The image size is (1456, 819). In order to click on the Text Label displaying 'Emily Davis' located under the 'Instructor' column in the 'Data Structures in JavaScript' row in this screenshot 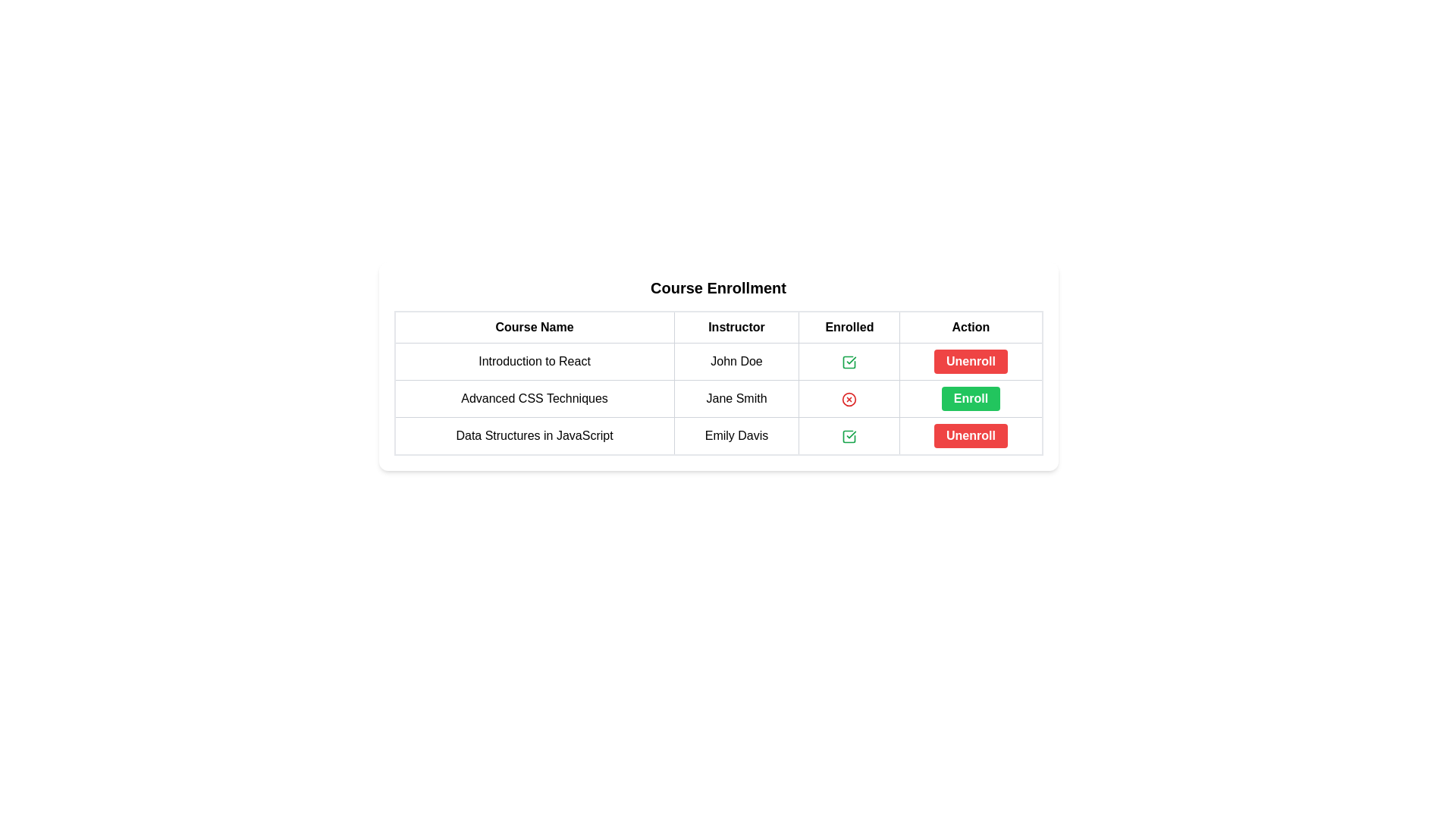, I will do `click(736, 436)`.